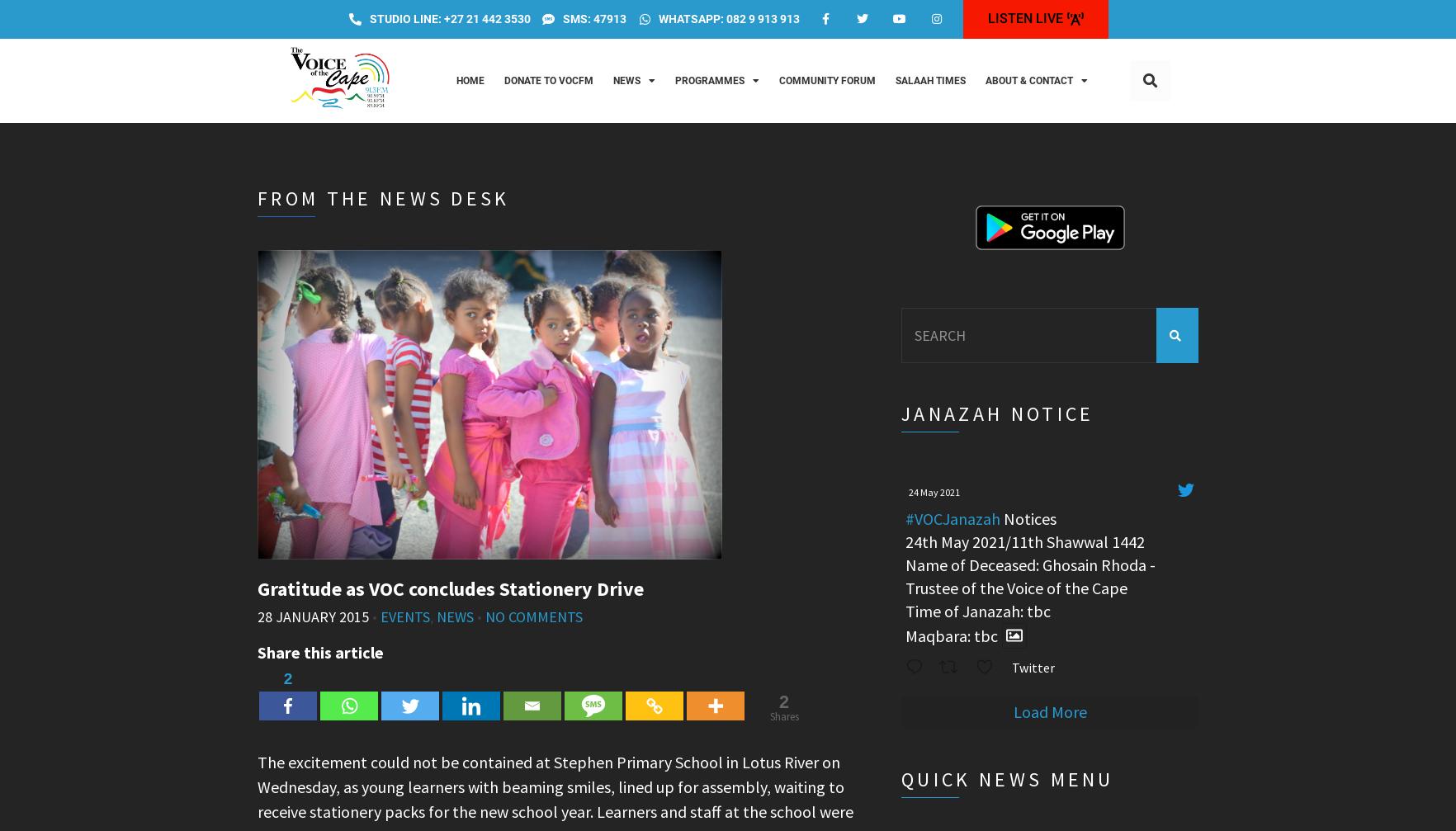 The image size is (1456, 831). Describe the element at coordinates (905, 541) in the screenshot. I see `'24th May 2021/11th Shawwal 1442'` at that location.